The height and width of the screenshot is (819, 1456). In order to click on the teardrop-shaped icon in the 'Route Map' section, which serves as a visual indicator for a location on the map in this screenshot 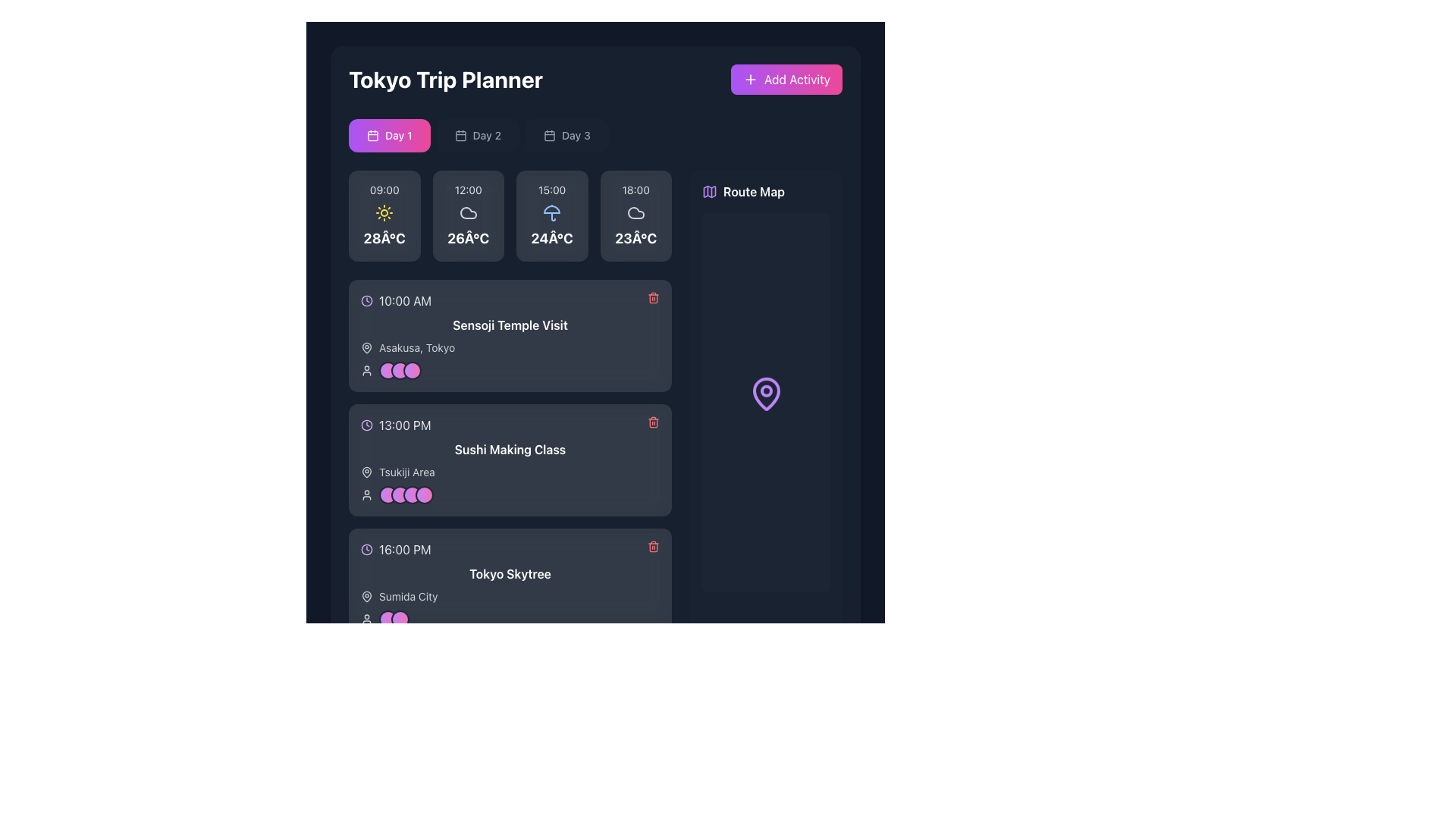, I will do `click(766, 394)`.